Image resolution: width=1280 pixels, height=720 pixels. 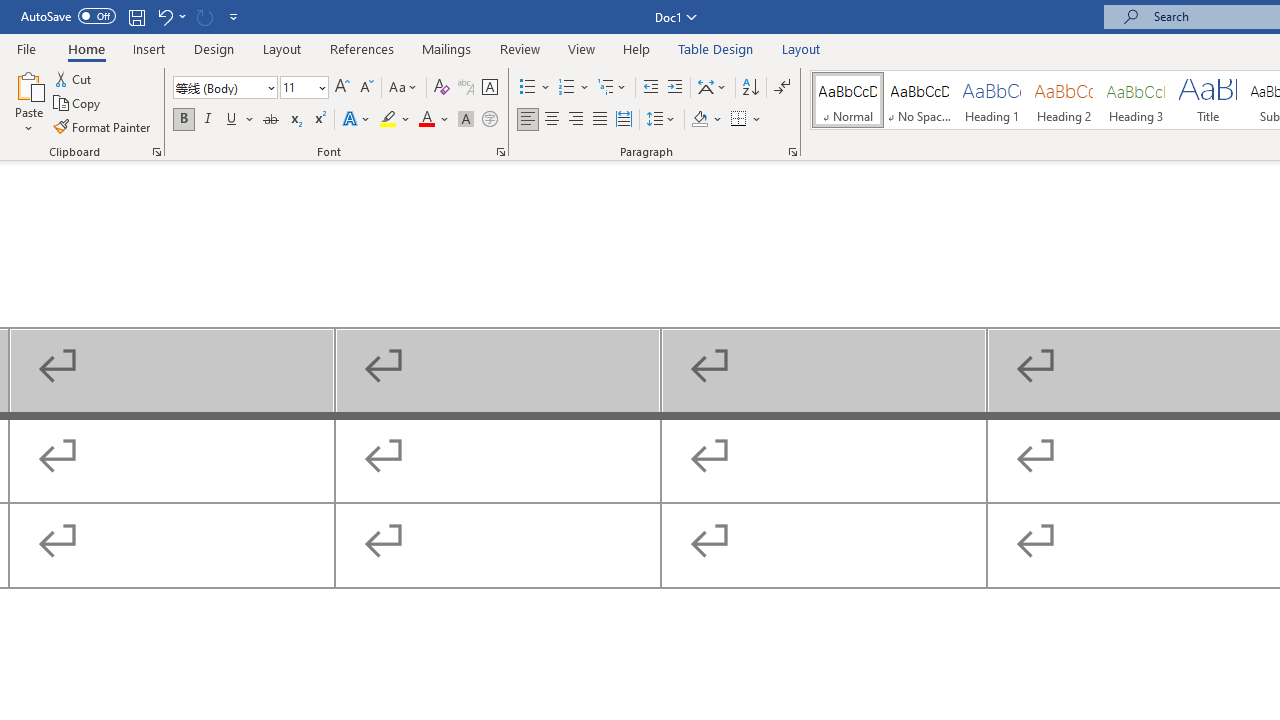 I want to click on 'Title', so click(x=1207, y=100).